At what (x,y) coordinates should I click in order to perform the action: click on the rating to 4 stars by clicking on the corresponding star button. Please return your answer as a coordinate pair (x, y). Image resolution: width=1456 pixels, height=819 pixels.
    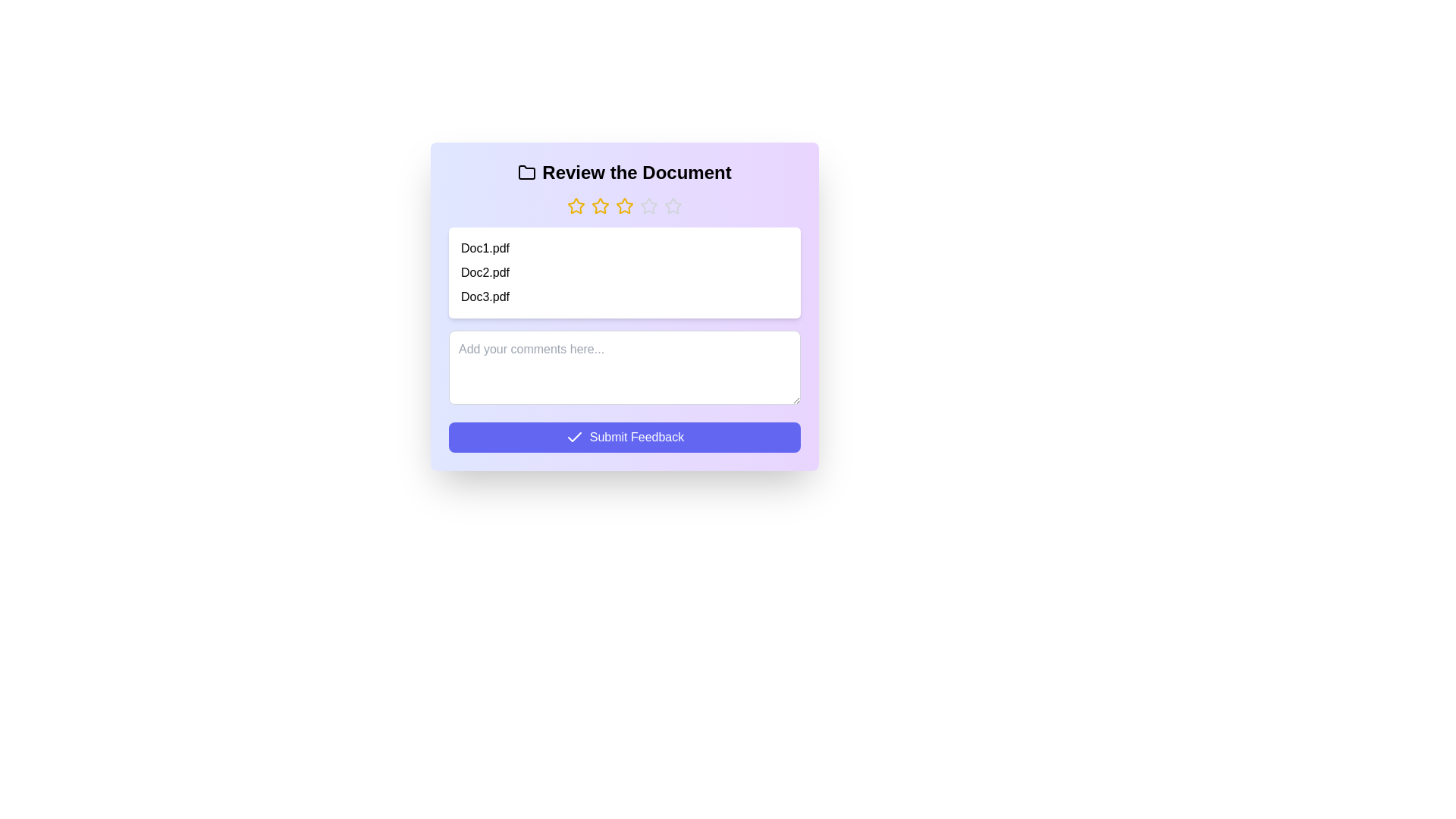
    Looking at the image, I should click on (648, 206).